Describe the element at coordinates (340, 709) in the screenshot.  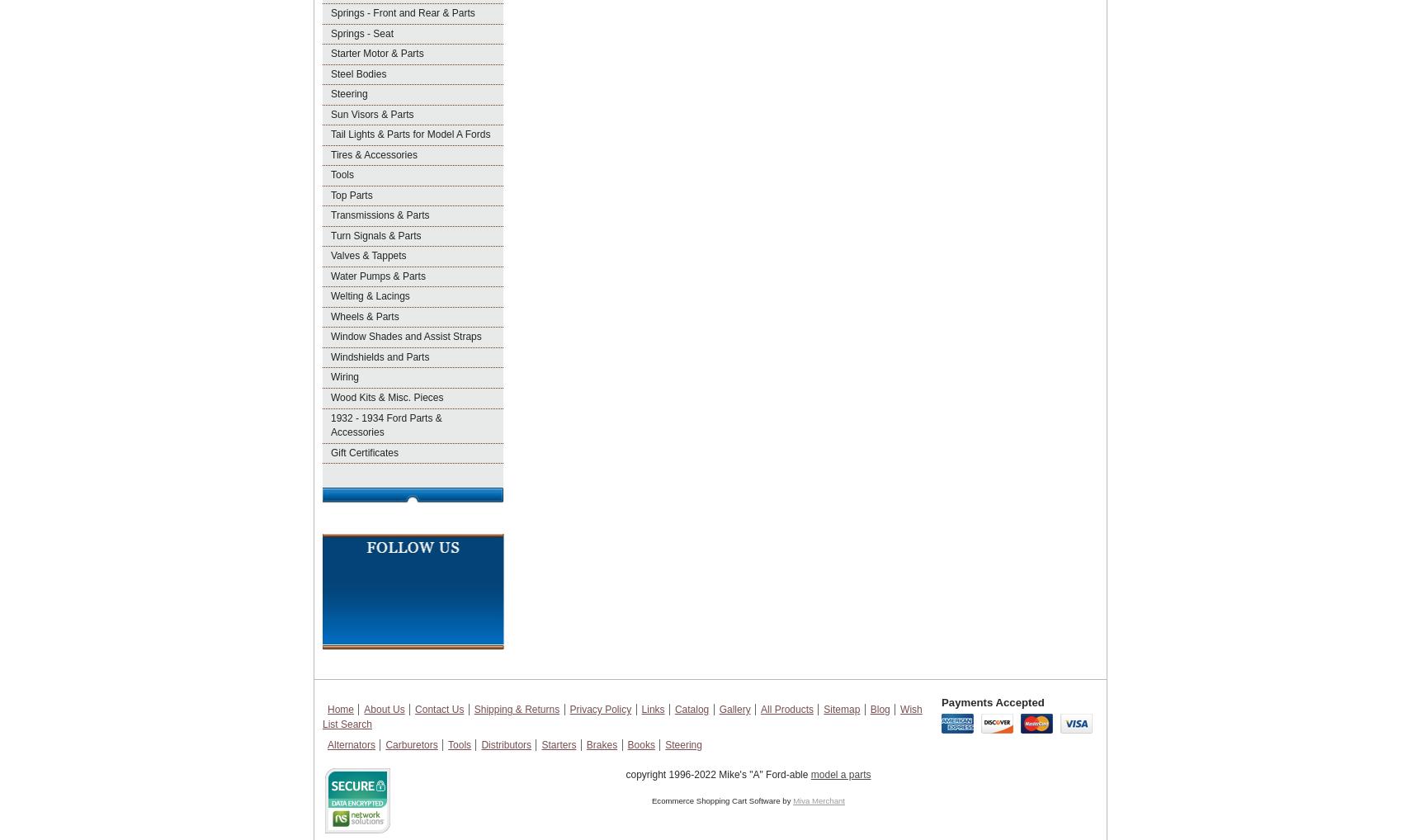
I see `'Home'` at that location.